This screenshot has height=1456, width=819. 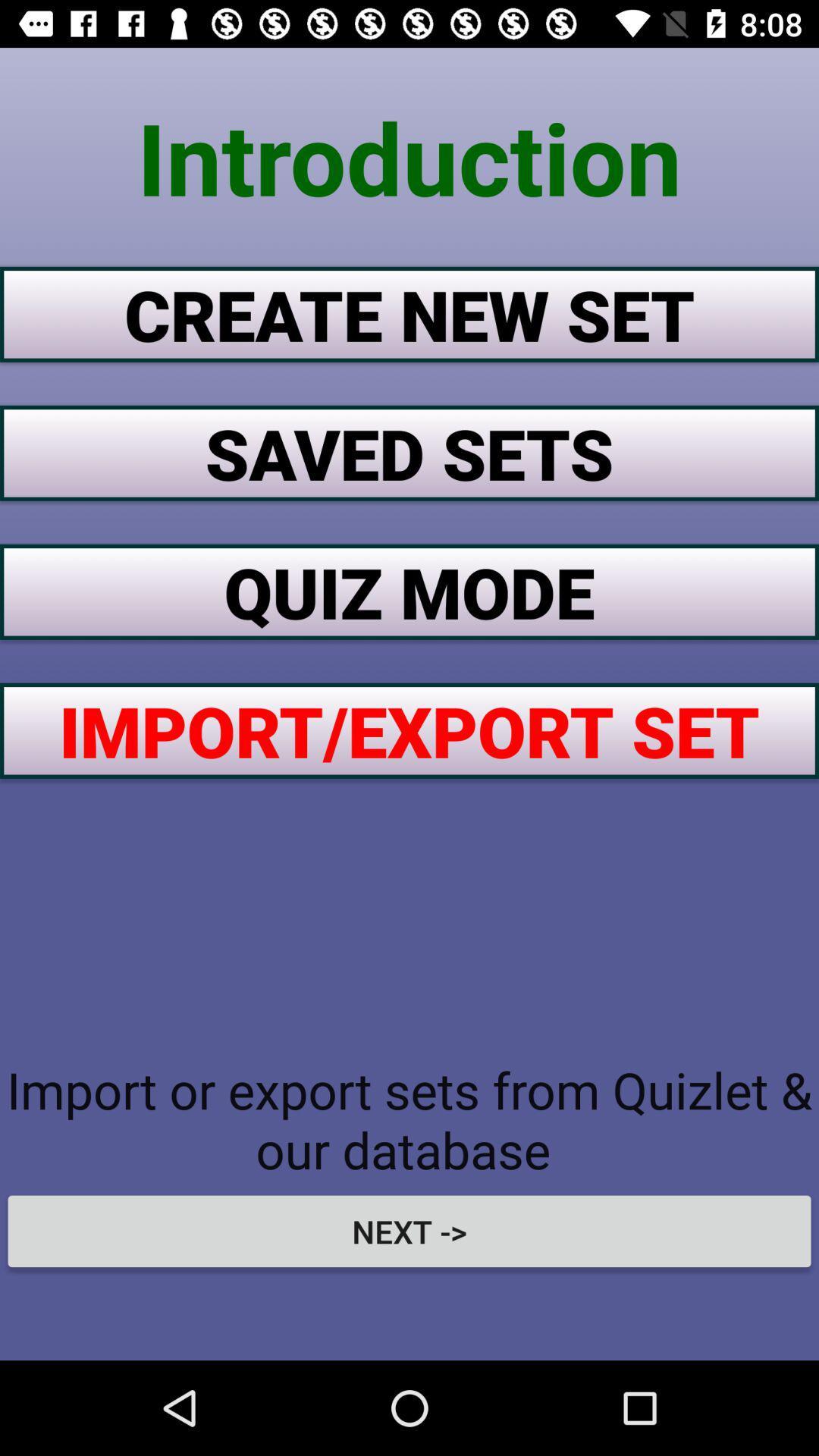 I want to click on item below create new set icon, so click(x=409, y=452).